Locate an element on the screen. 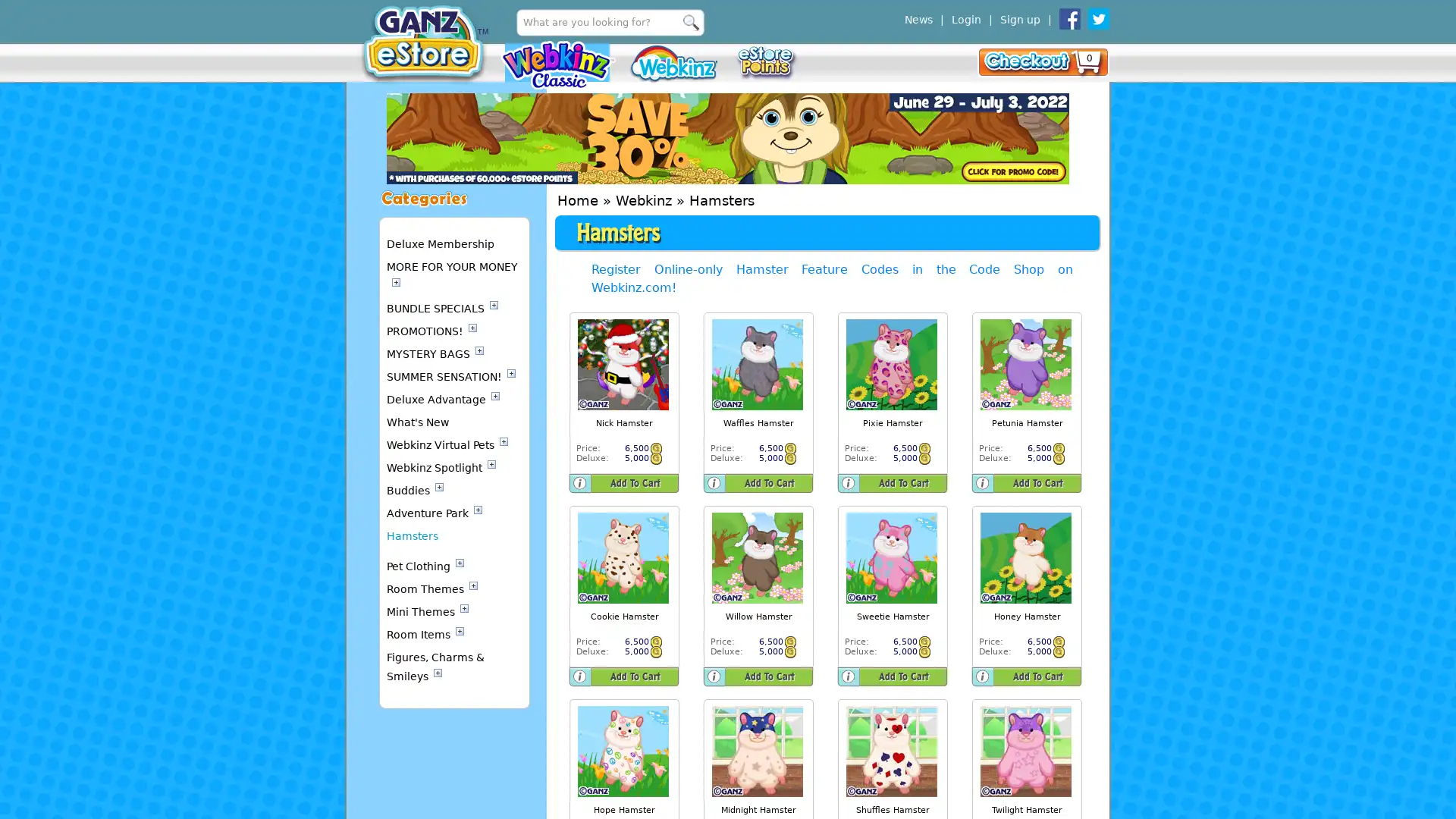  Add To Cart is located at coordinates (635, 675).